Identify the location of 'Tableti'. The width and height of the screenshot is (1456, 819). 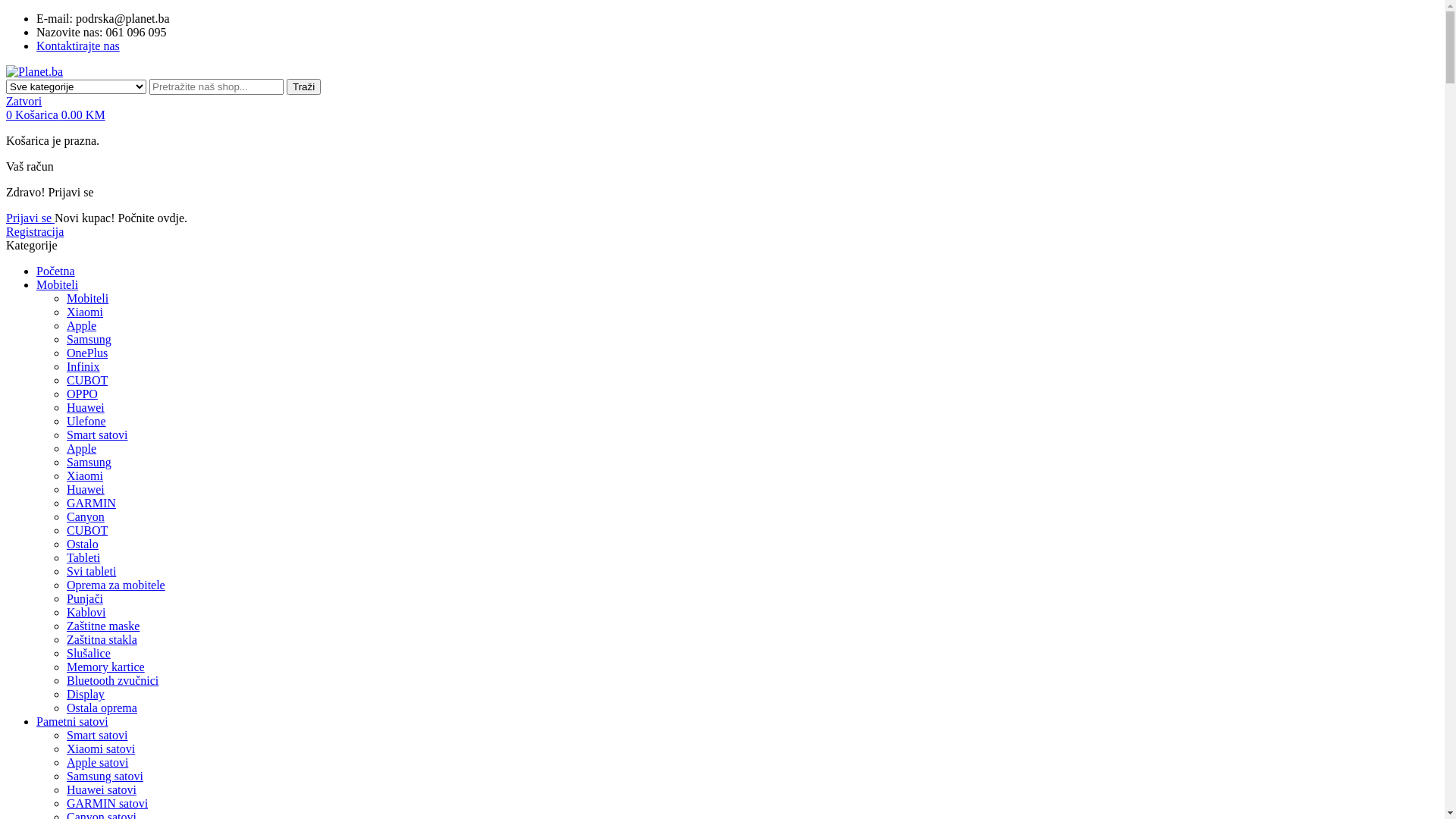
(83, 557).